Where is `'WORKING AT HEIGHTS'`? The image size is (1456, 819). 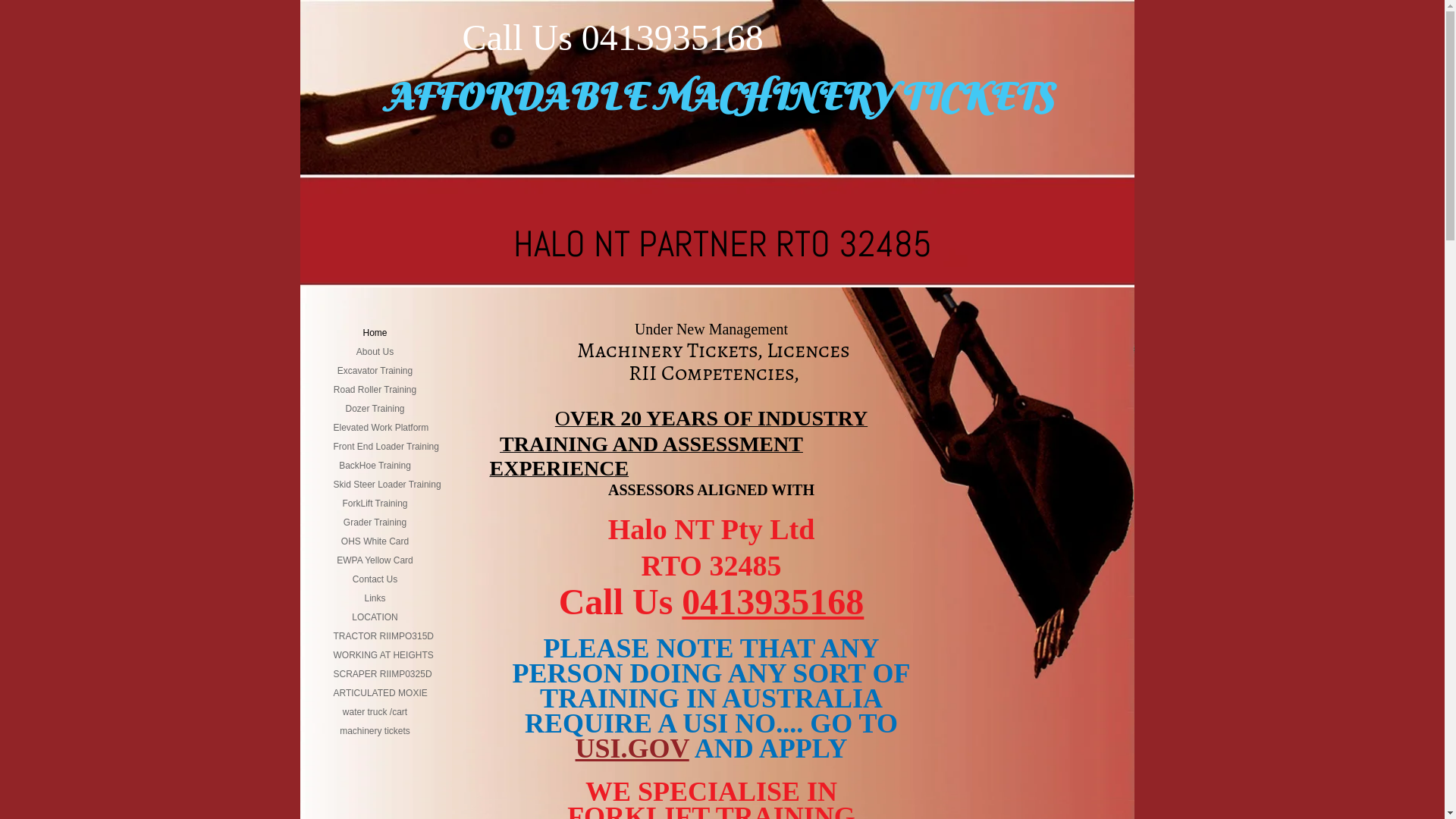
'WORKING AT HEIGHTS' is located at coordinates (383, 654).